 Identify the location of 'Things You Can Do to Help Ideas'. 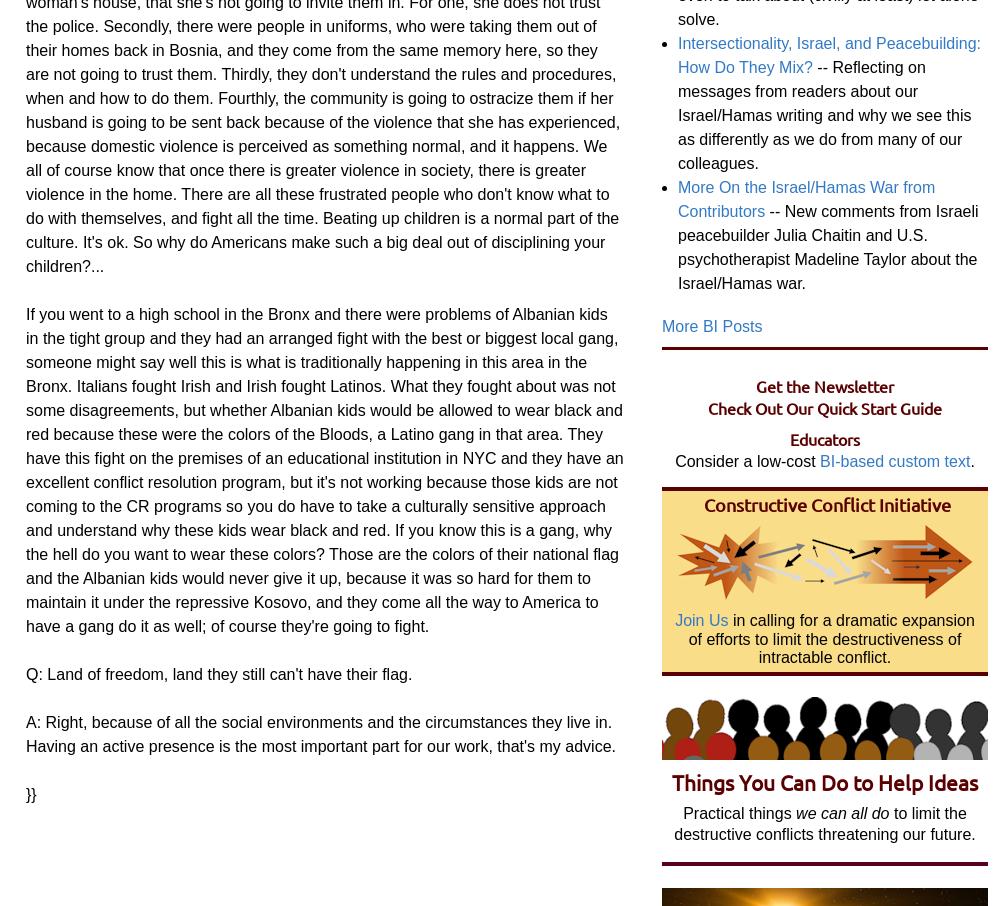
(824, 780).